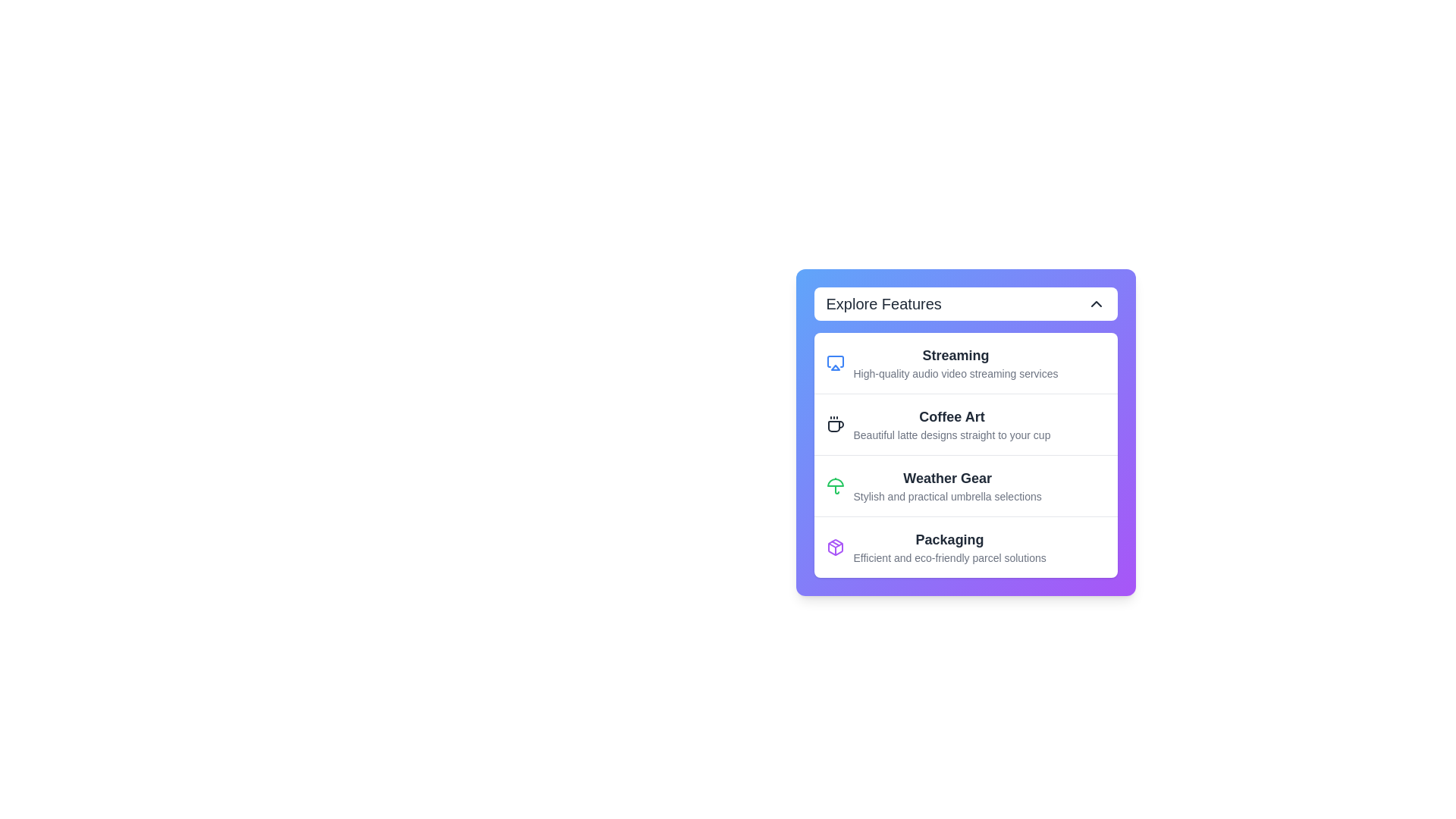 The height and width of the screenshot is (819, 1456). I want to click on the blue AirPlay symbol icon located to the left of the 'Streaming' label in the 'Explore Features' section, so click(834, 362).